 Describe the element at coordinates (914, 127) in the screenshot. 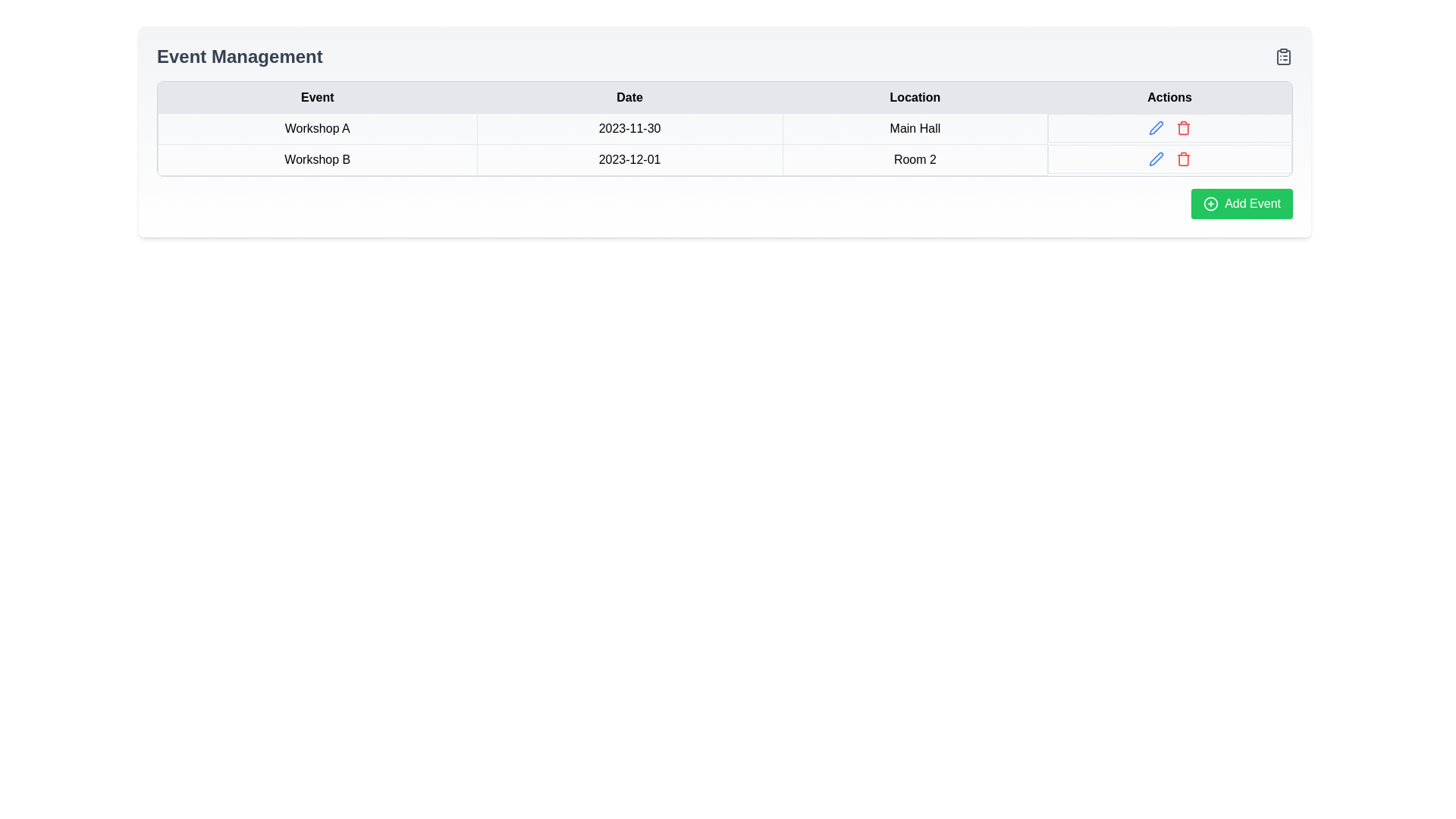

I see `the static text label displaying 'Workshop A' in the 'Location' column of the first row in the table` at that location.